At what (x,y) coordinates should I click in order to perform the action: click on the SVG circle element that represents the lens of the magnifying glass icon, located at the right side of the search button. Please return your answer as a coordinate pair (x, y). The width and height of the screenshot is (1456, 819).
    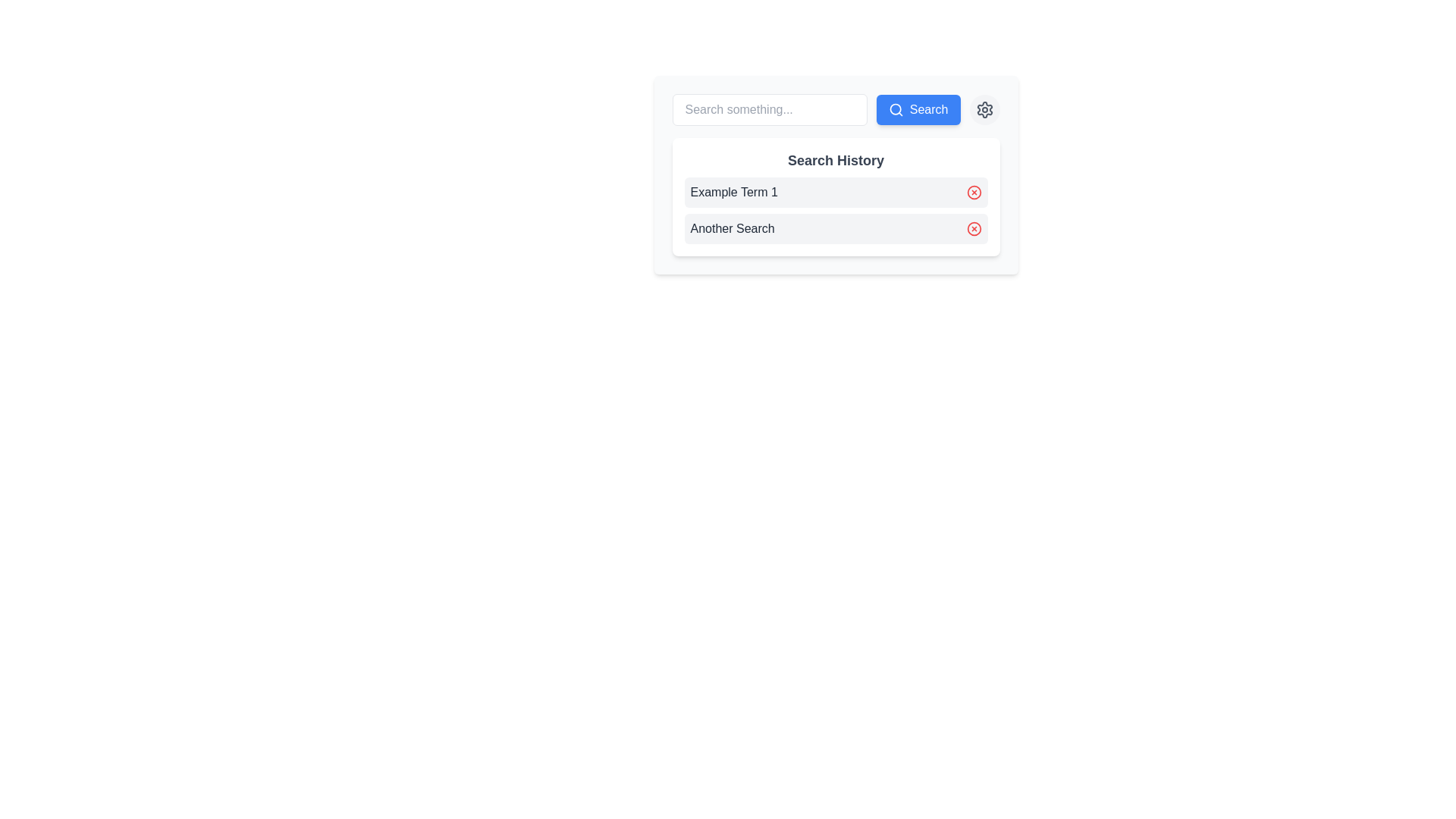
    Looking at the image, I should click on (895, 108).